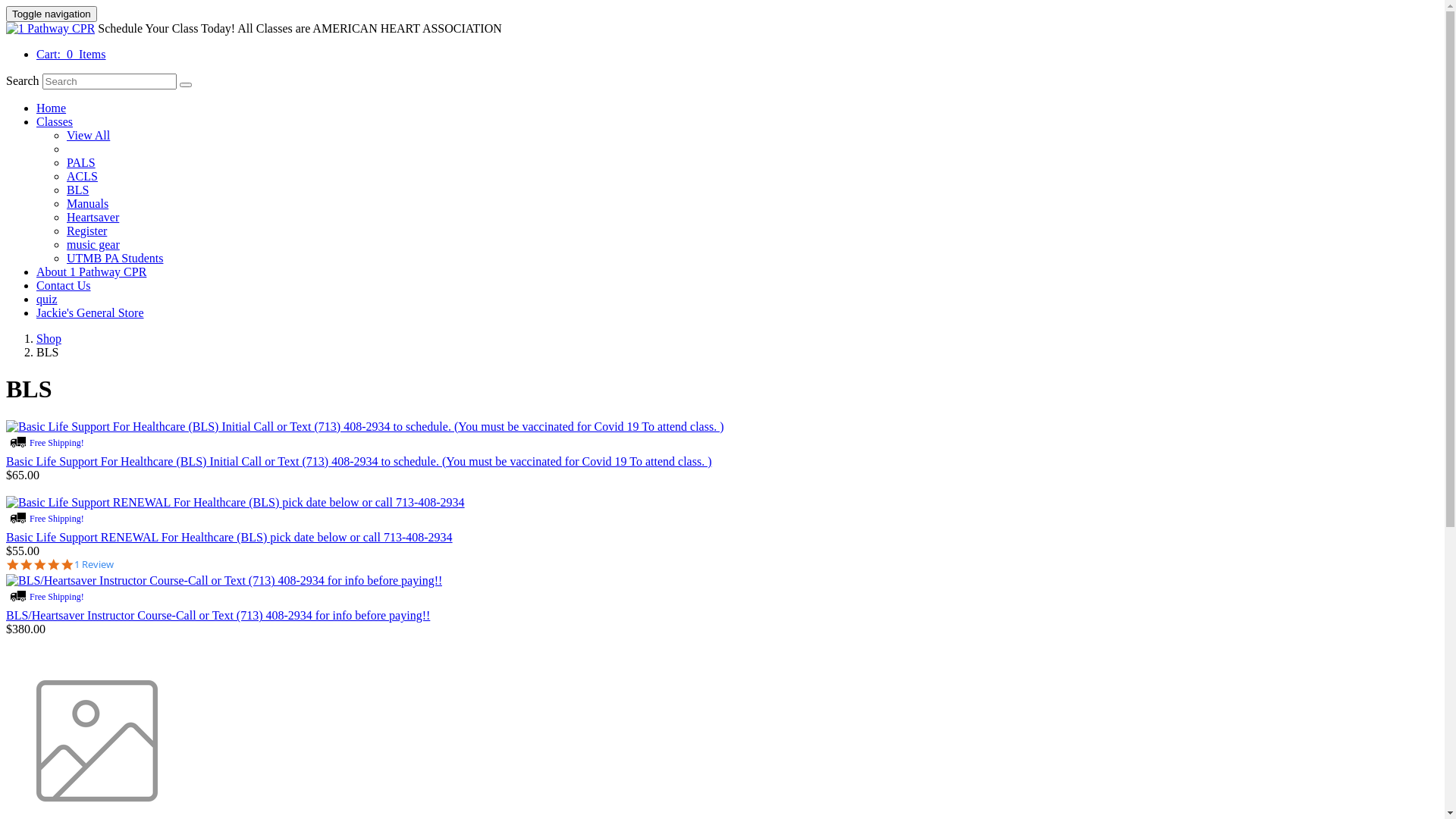 The width and height of the screenshot is (1456, 819). Describe the element at coordinates (36, 337) in the screenshot. I see `'Shop'` at that location.